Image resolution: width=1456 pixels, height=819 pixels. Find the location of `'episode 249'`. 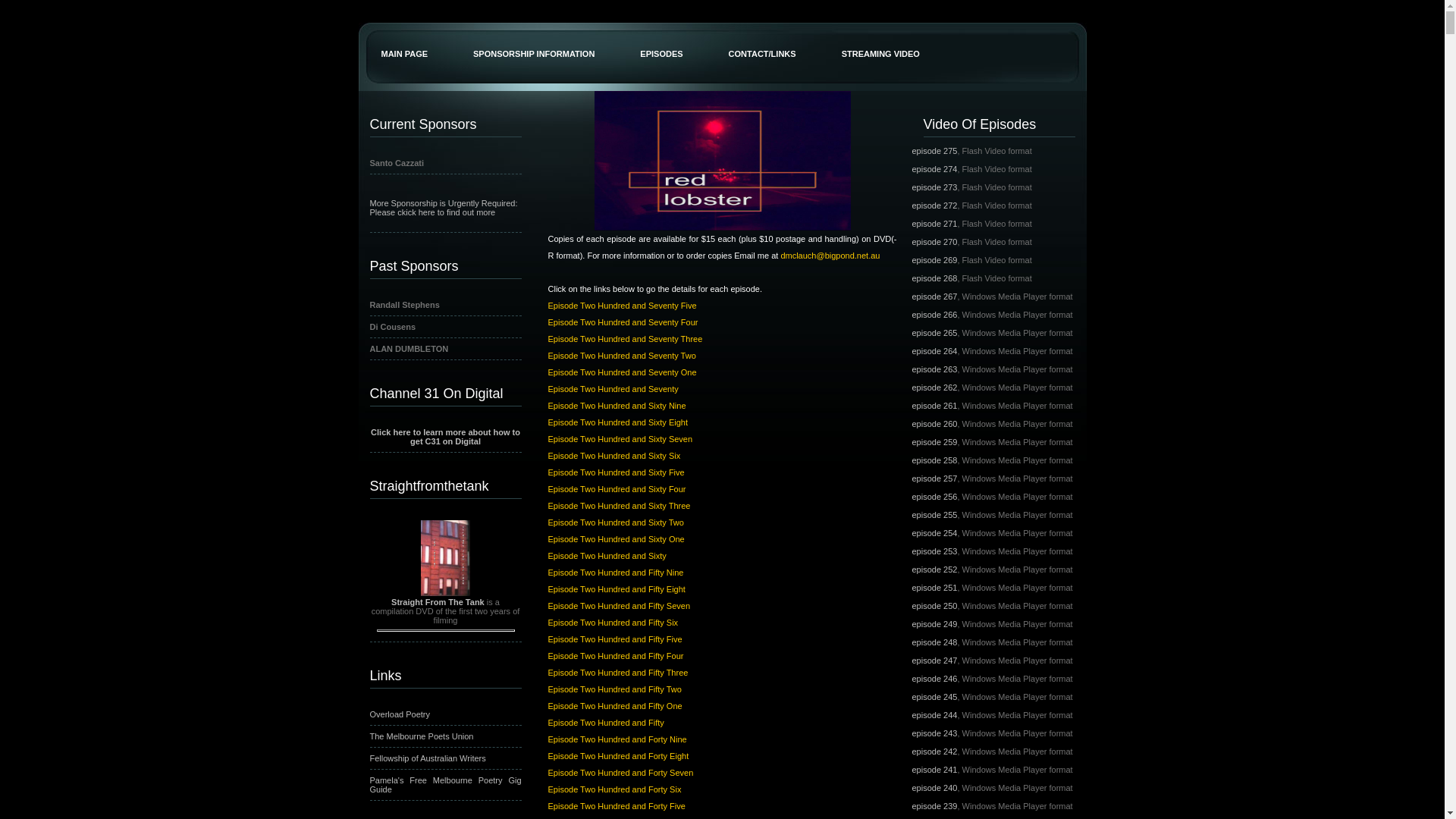

'episode 249' is located at coordinates (934, 623).